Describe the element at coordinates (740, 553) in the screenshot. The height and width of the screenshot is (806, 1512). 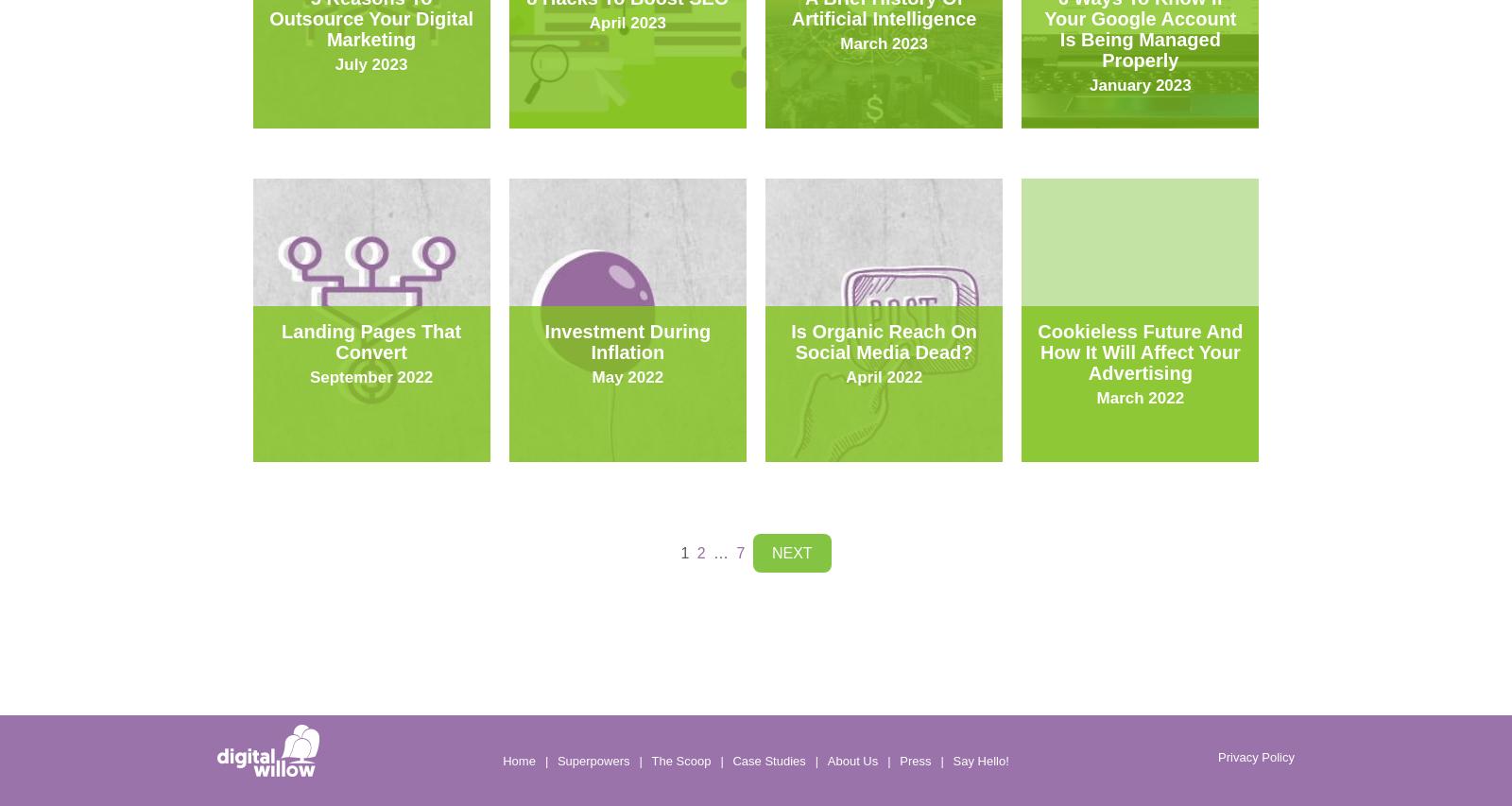
I see `'7'` at that location.